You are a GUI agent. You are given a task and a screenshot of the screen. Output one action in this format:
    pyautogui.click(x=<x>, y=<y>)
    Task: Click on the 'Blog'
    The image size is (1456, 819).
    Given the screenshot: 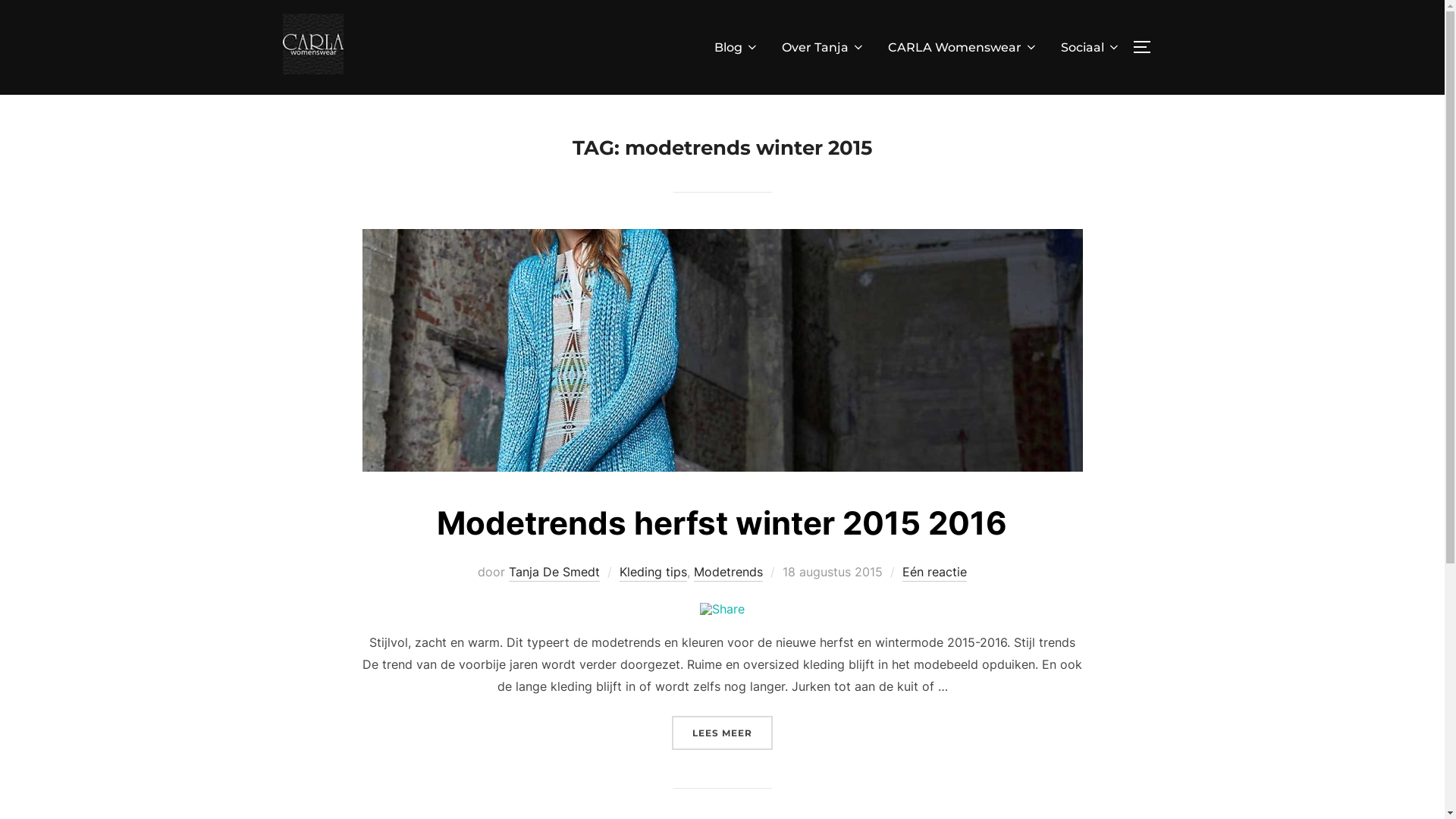 What is the action you would take?
    pyautogui.click(x=736, y=46)
    